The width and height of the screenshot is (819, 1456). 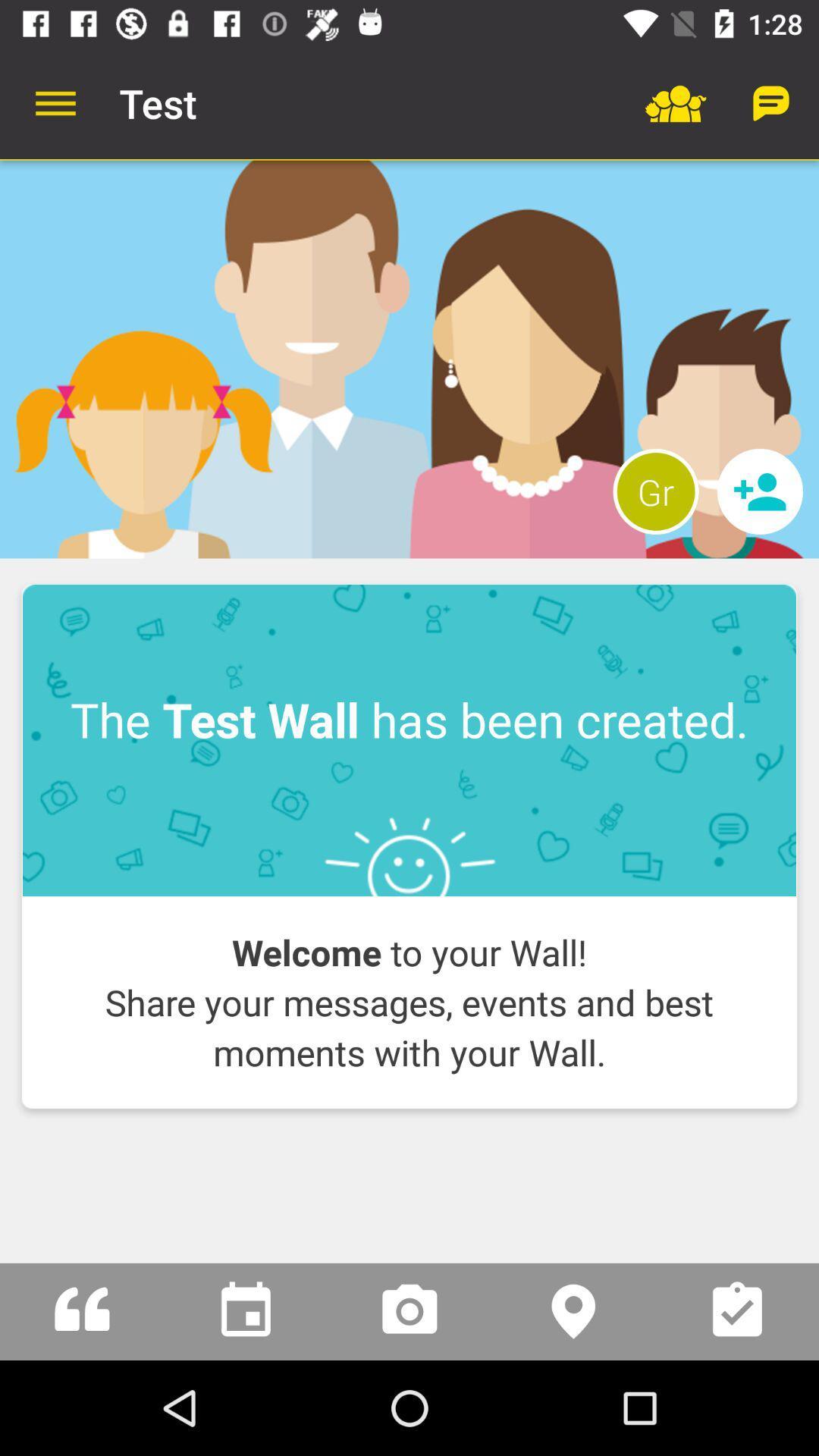 What do you see at coordinates (409, 1310) in the screenshot?
I see `photo icon` at bounding box center [409, 1310].